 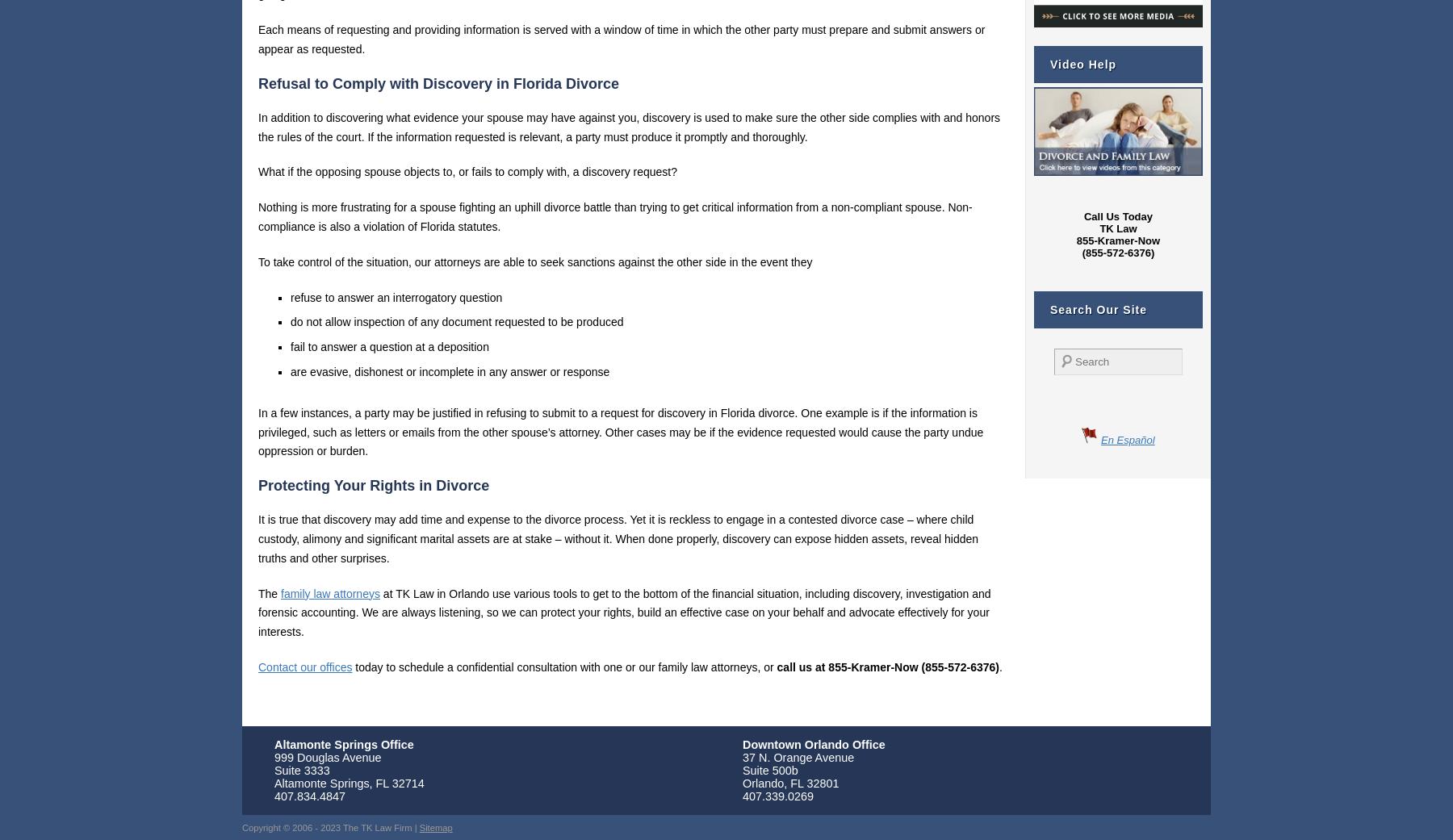 What do you see at coordinates (741, 769) in the screenshot?
I see `'Suite 500b'` at bounding box center [741, 769].